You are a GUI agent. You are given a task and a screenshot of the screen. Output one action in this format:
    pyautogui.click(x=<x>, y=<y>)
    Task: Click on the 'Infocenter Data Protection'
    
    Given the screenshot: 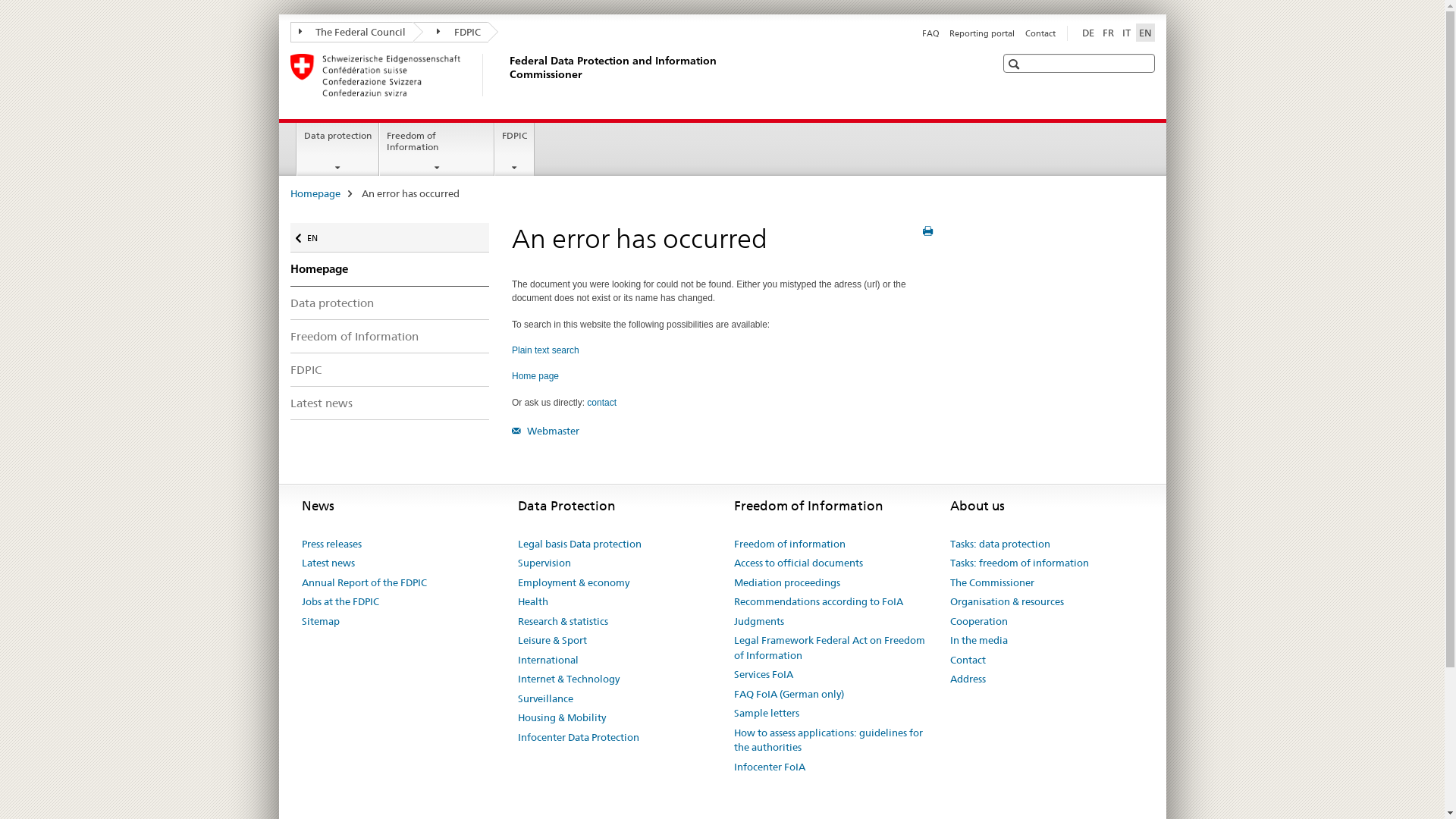 What is the action you would take?
    pyautogui.click(x=577, y=736)
    